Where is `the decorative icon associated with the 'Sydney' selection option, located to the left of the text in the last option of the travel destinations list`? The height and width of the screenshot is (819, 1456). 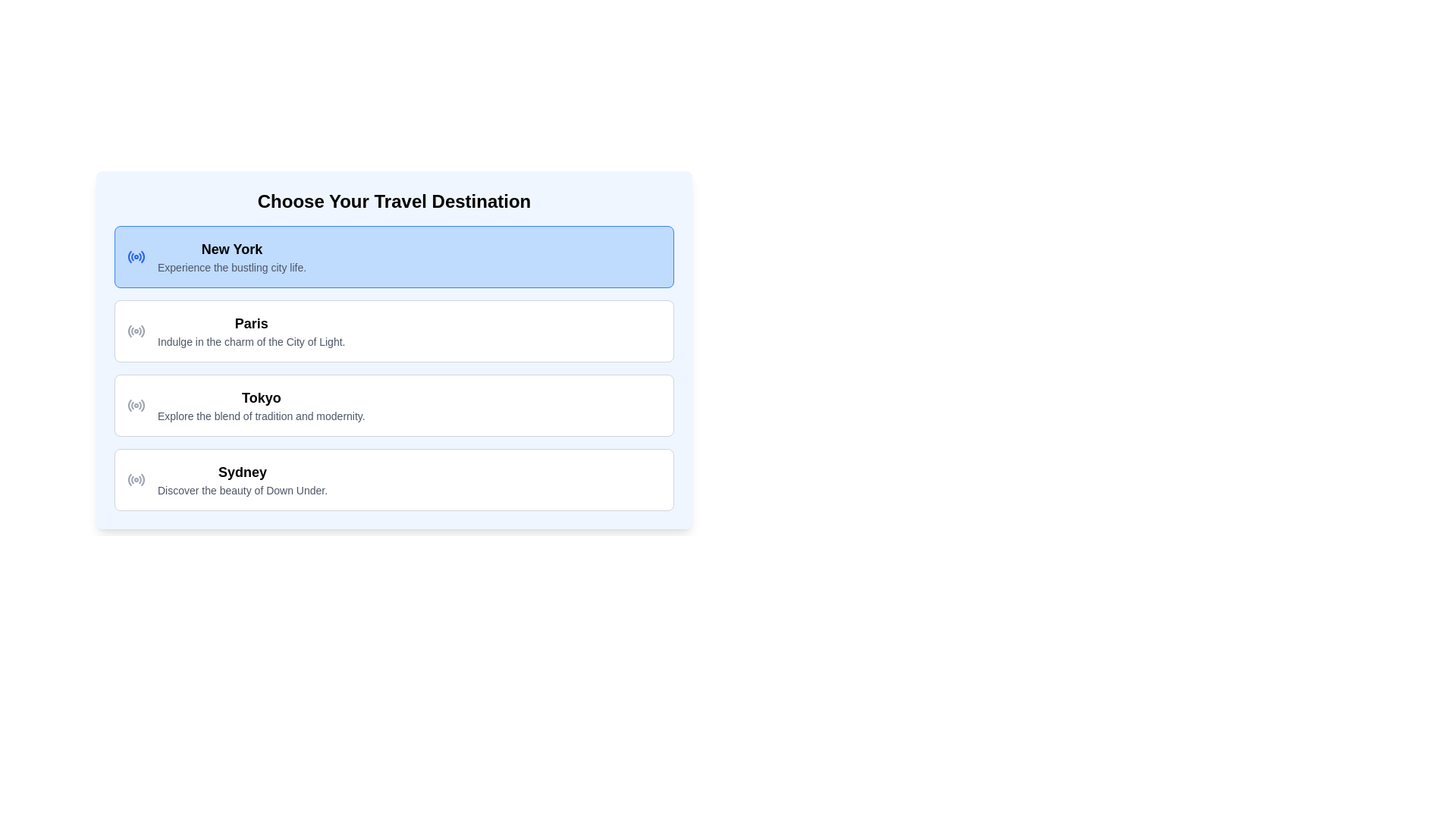
the decorative icon associated with the 'Sydney' selection option, located to the left of the text in the last option of the travel destinations list is located at coordinates (136, 479).